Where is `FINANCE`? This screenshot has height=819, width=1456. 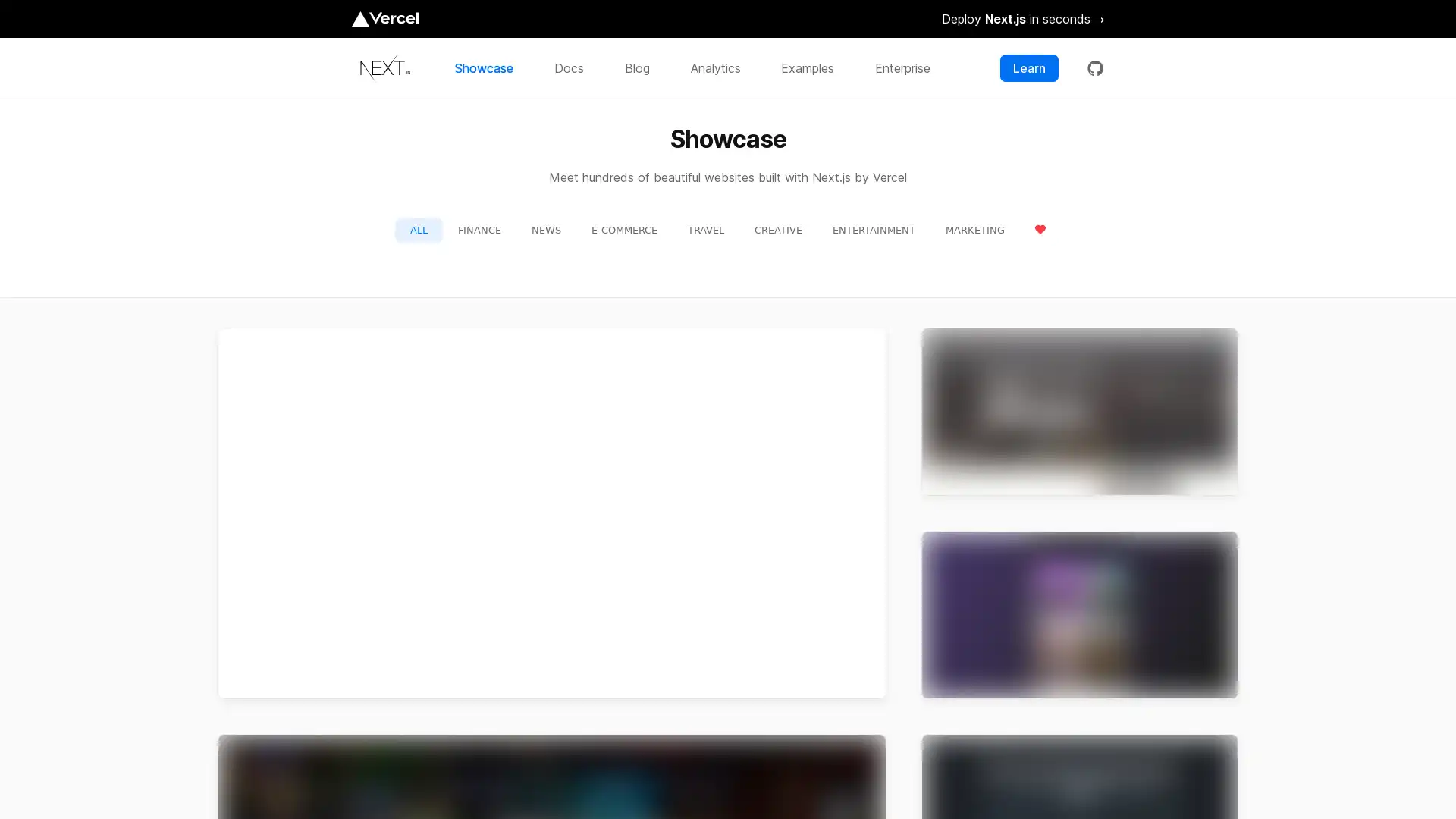 FINANCE is located at coordinates (479, 230).